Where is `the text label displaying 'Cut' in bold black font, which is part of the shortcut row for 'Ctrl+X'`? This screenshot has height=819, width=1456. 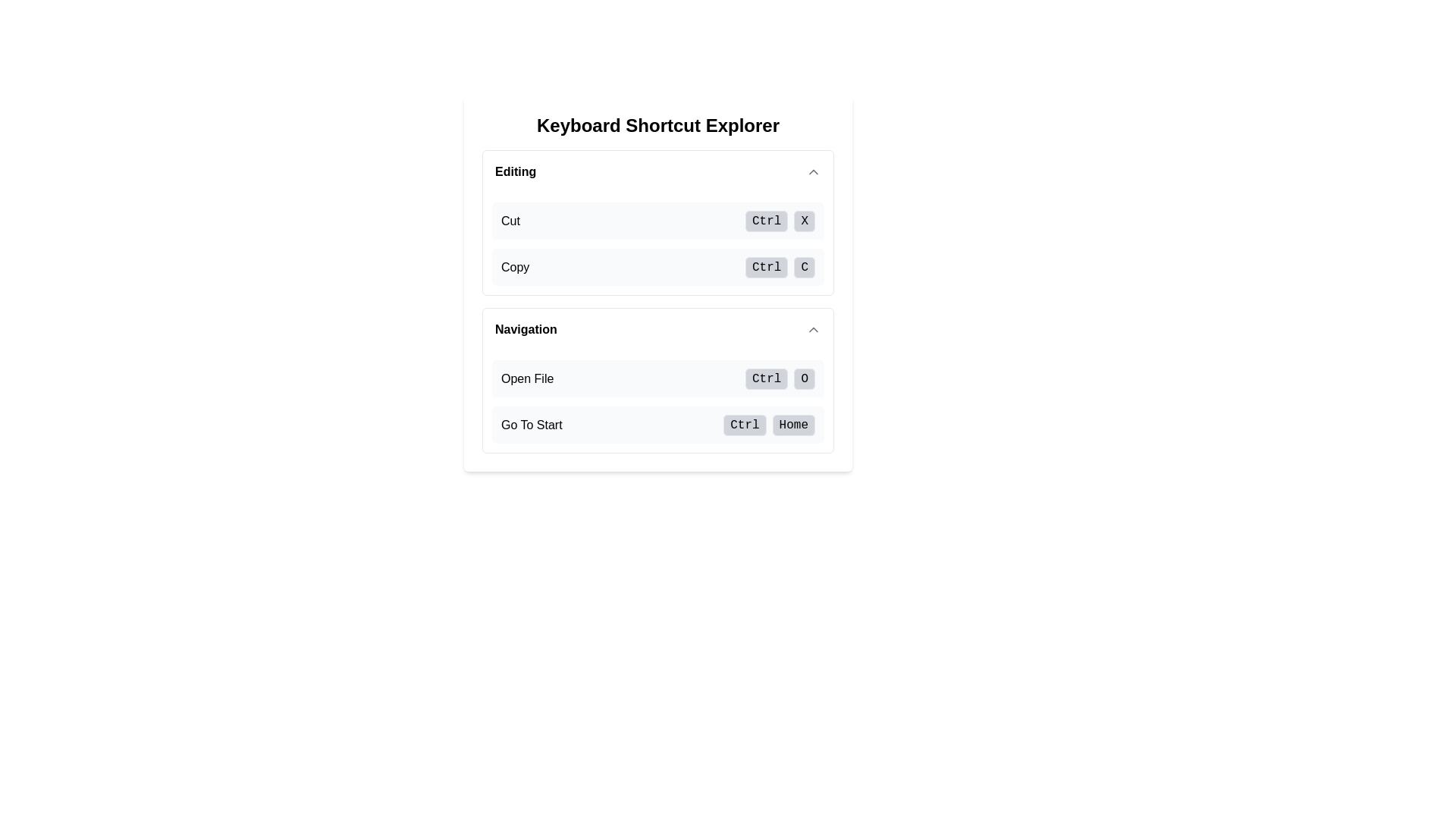 the text label displaying 'Cut' in bold black font, which is part of the shortcut row for 'Ctrl+X' is located at coordinates (510, 221).